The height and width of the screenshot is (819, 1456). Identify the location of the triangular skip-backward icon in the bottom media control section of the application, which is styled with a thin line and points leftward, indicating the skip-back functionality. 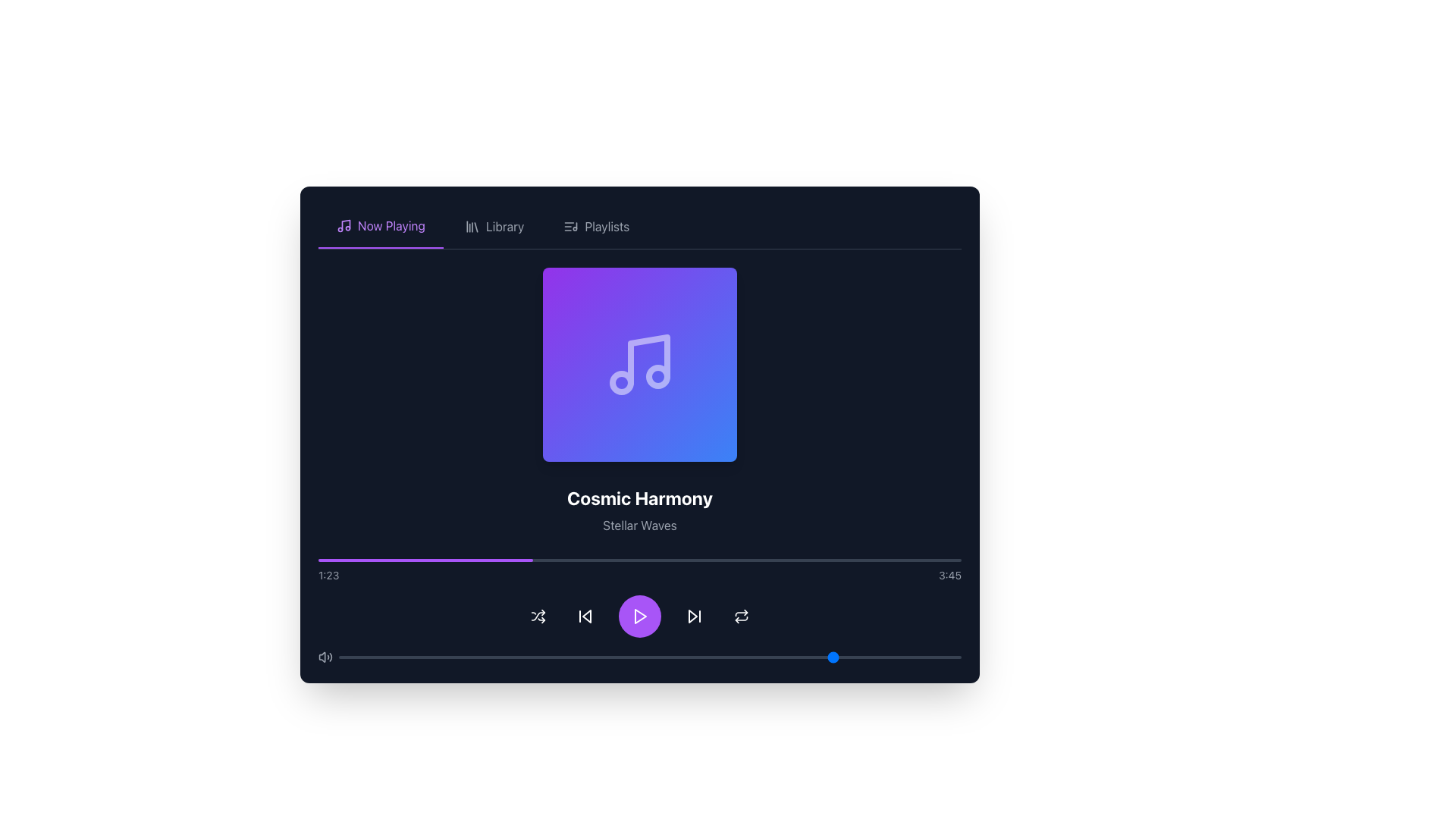
(585, 617).